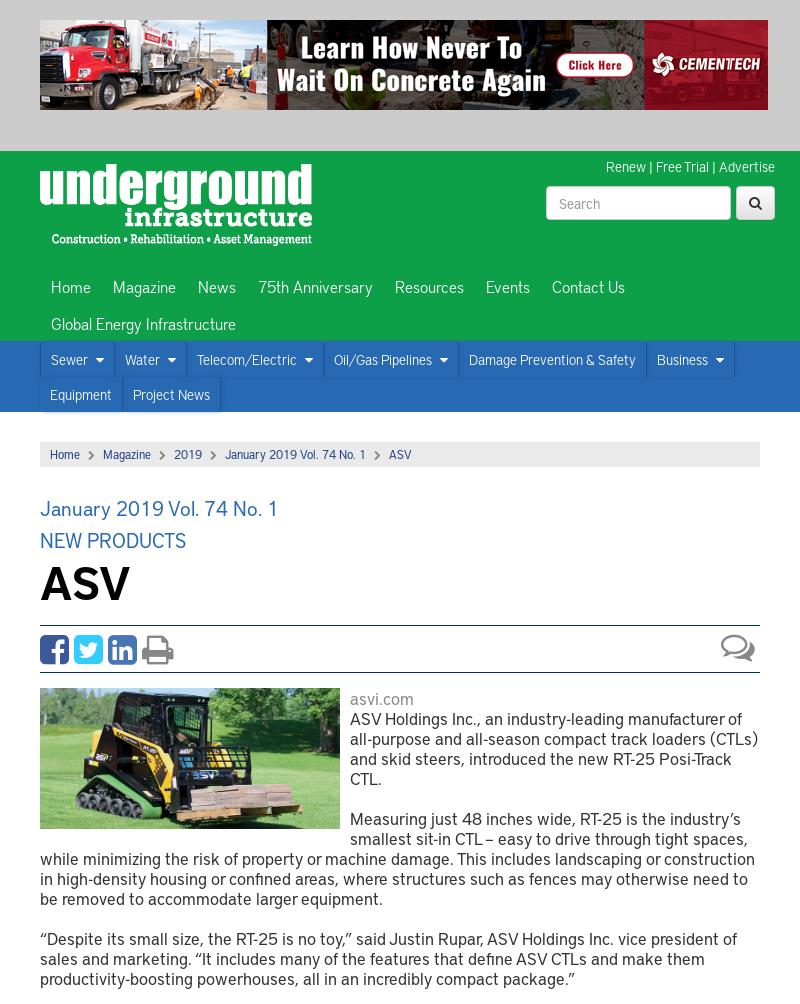 The width and height of the screenshot is (800, 1004). What do you see at coordinates (49, 453) in the screenshot?
I see `'Home'` at bounding box center [49, 453].